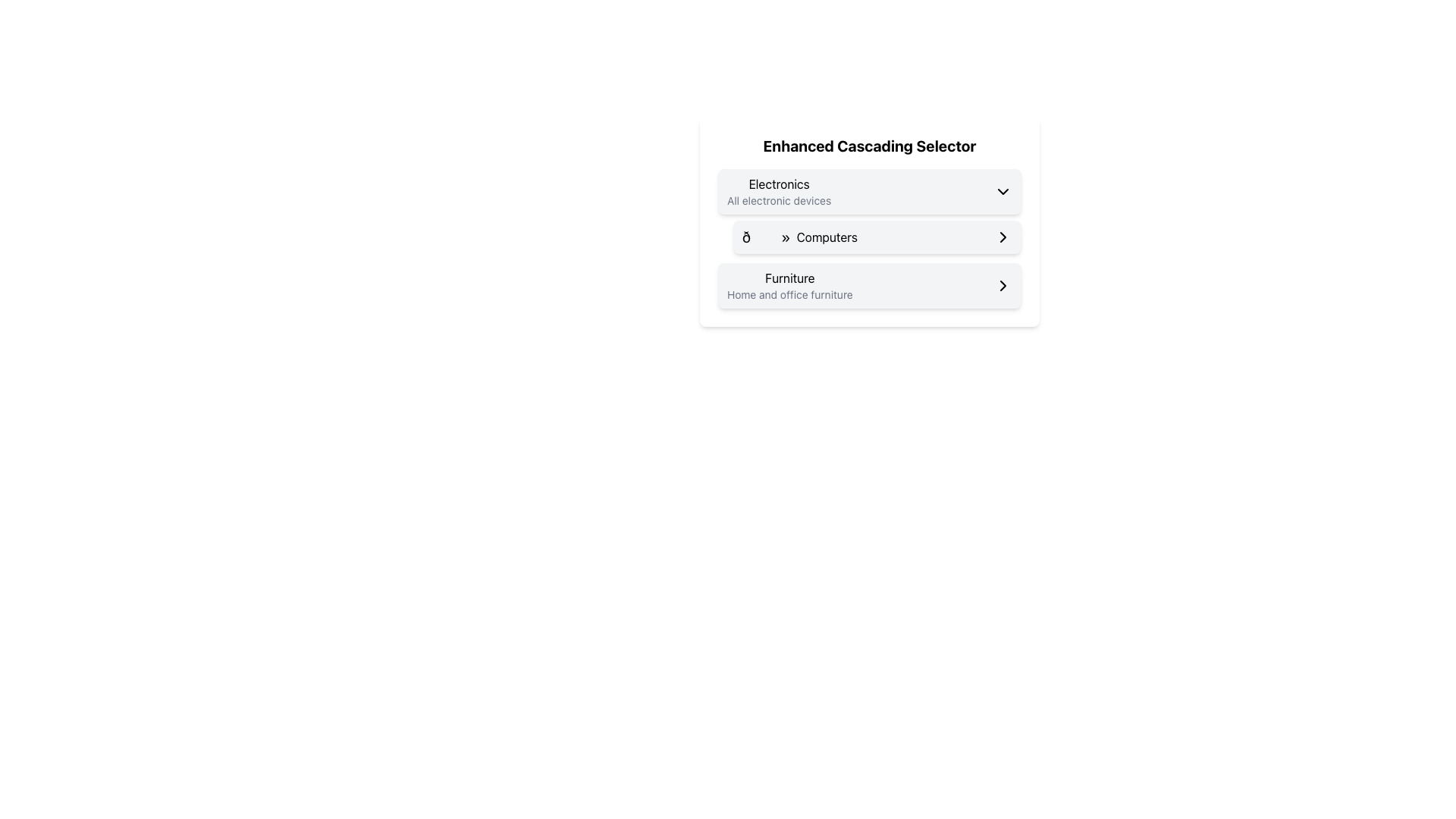  What do you see at coordinates (870, 286) in the screenshot?
I see `the last selectable option button in the vertical cascading menu below the 'Computers' item` at bounding box center [870, 286].